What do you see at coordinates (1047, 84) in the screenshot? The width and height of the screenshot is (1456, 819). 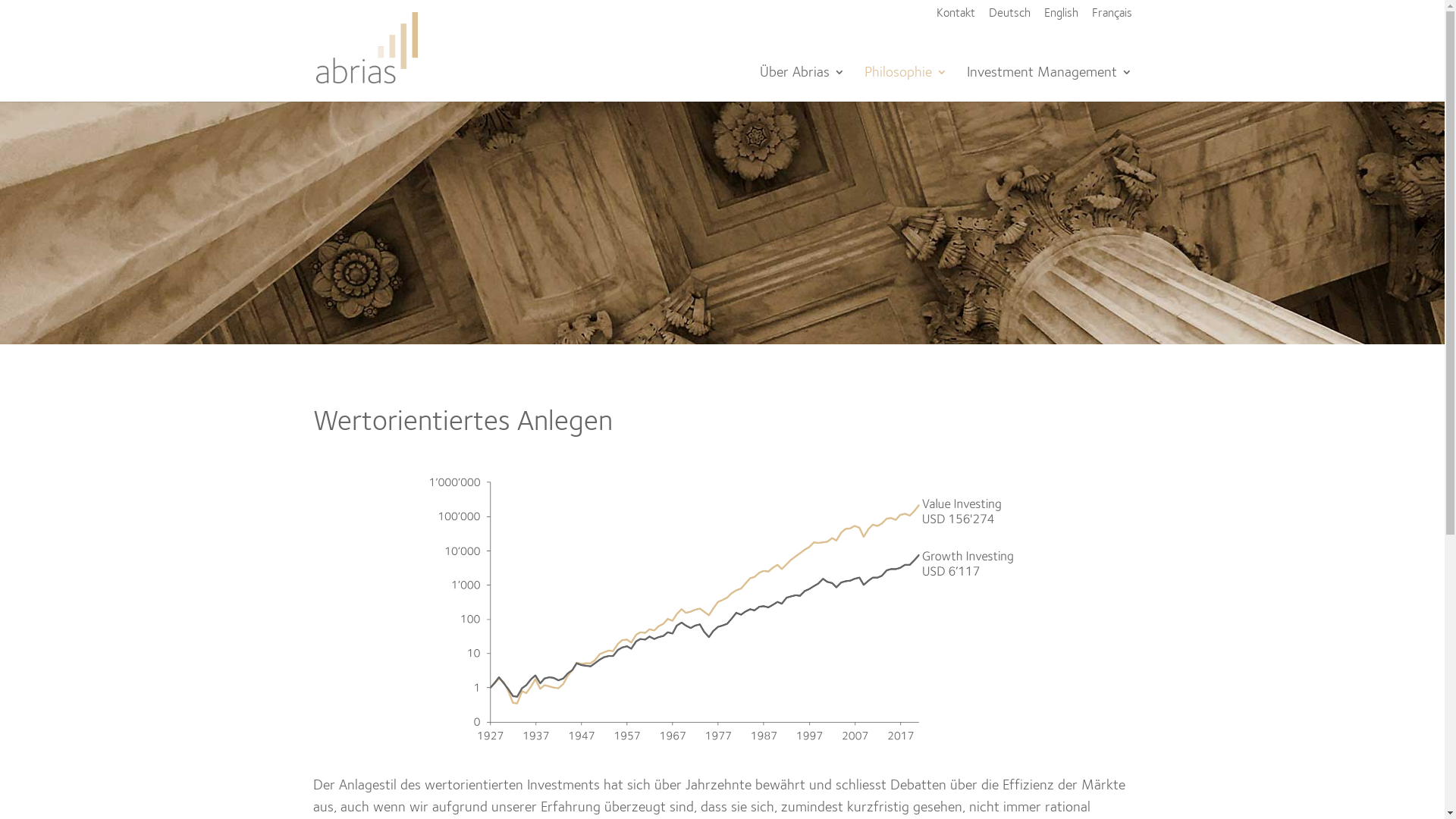 I see `'Investment Management'` at bounding box center [1047, 84].